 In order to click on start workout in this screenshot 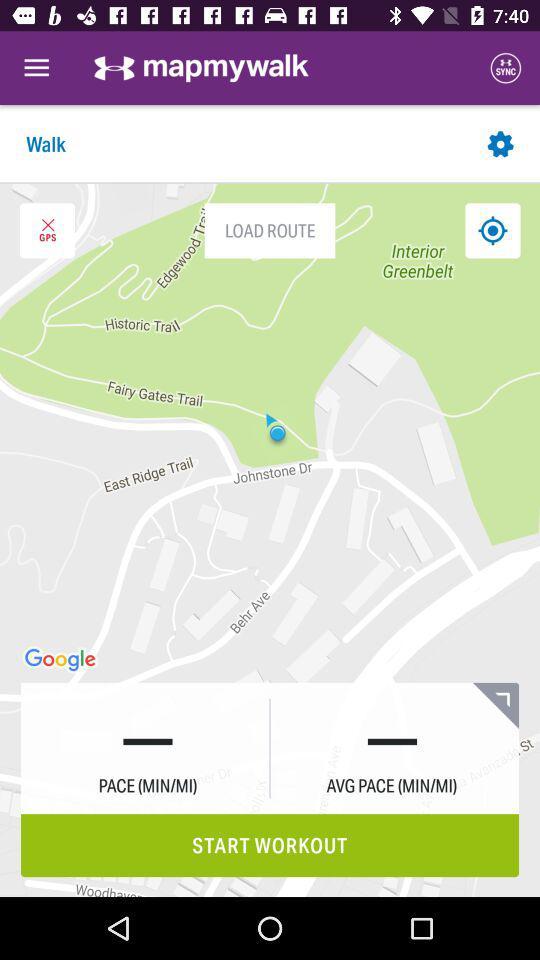, I will do `click(270, 844)`.